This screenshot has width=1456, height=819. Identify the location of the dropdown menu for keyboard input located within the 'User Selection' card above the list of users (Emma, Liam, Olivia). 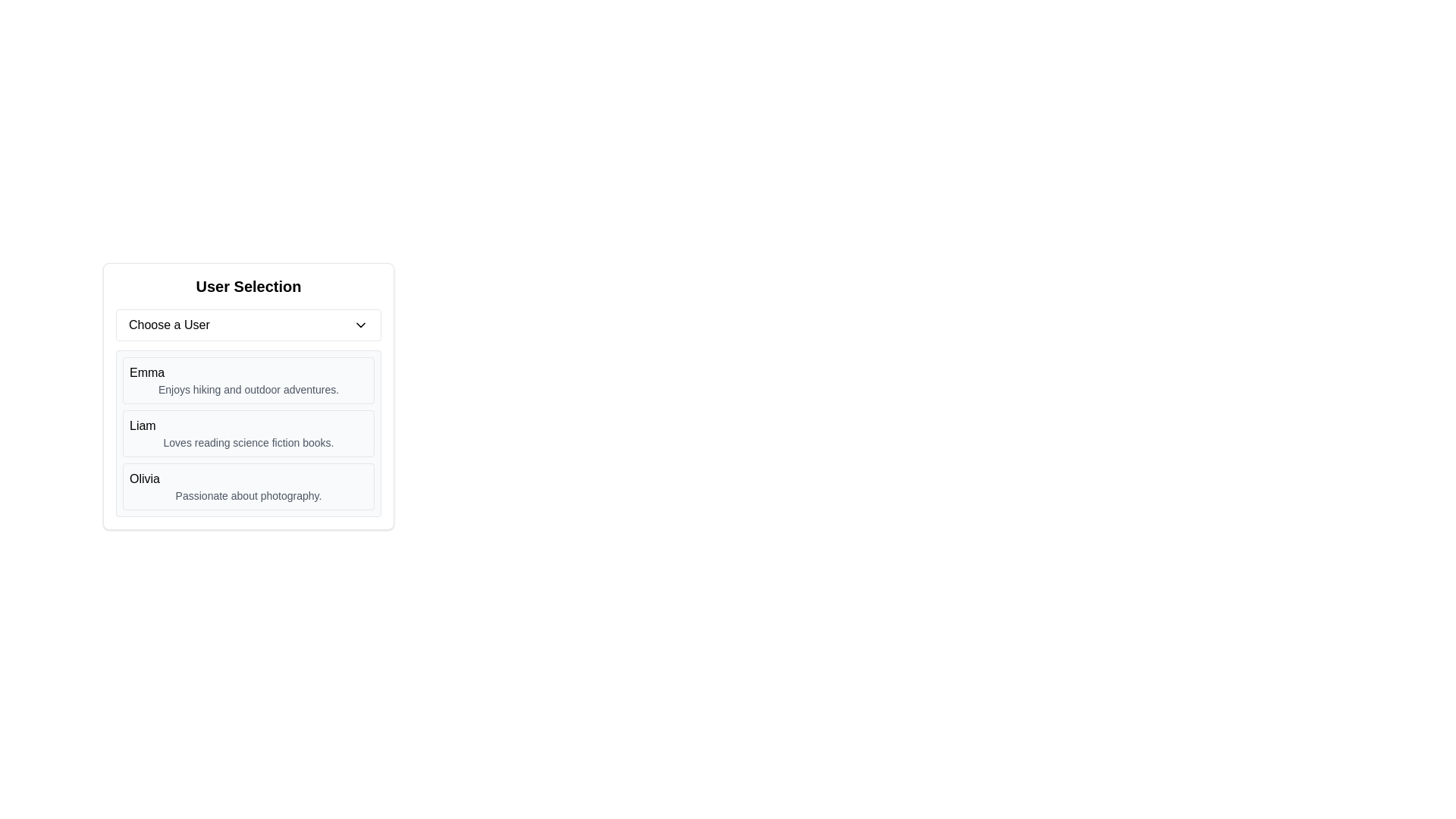
(248, 324).